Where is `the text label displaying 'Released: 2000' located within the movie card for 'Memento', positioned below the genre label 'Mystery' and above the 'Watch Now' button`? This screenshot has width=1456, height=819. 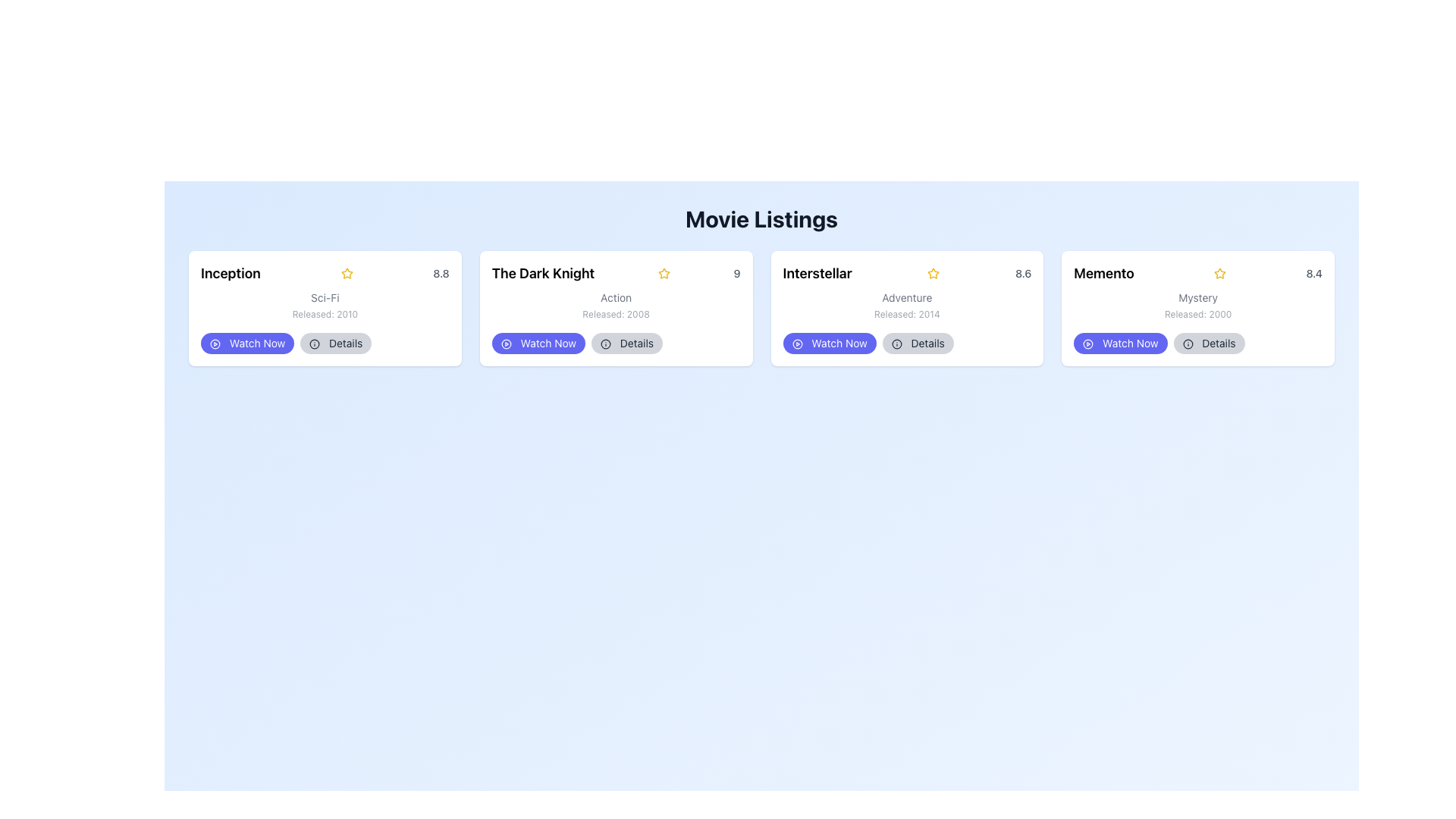 the text label displaying 'Released: 2000' located within the movie card for 'Memento', positioned below the genre label 'Mystery' and above the 'Watch Now' button is located at coordinates (1197, 314).